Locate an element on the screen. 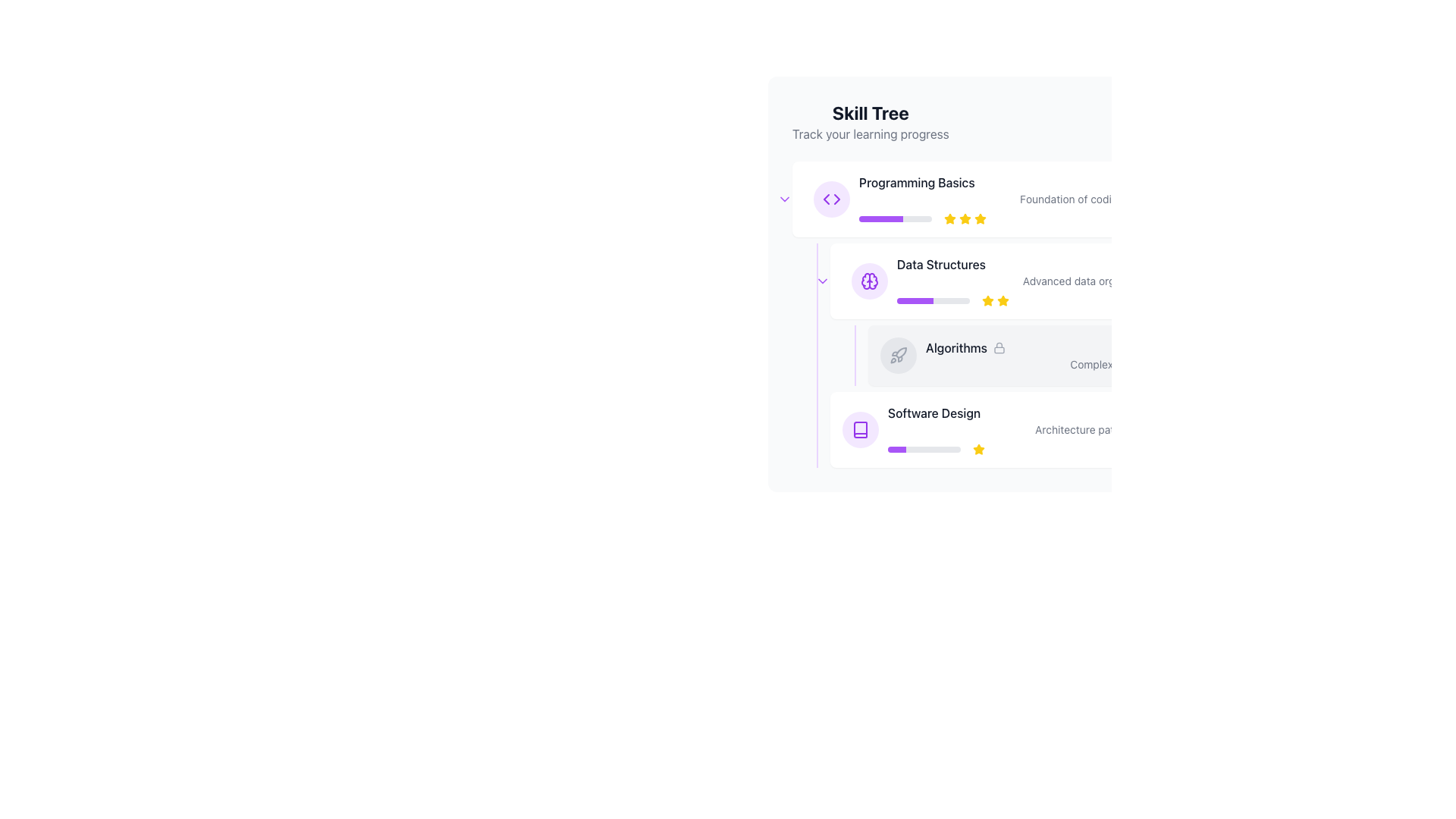  the book icon with purple outlines located in the 'Software Design' section of the 'Skill Tree' hierarchy is located at coordinates (860, 430).